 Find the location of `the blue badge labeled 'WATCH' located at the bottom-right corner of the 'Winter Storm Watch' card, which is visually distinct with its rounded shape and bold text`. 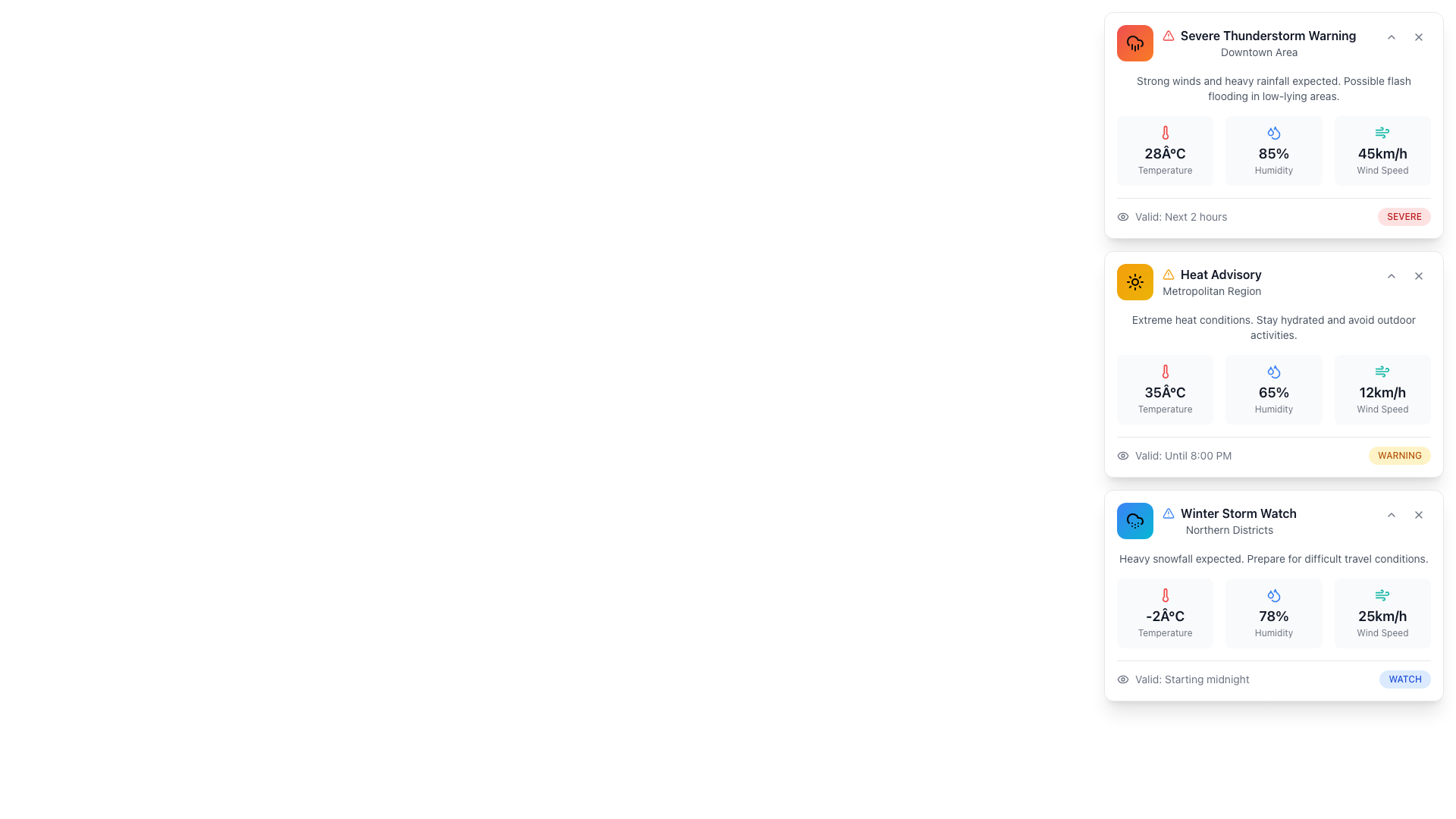

the blue badge labeled 'WATCH' located at the bottom-right corner of the 'Winter Storm Watch' card, which is visually distinct with its rounded shape and bold text is located at coordinates (1404, 678).